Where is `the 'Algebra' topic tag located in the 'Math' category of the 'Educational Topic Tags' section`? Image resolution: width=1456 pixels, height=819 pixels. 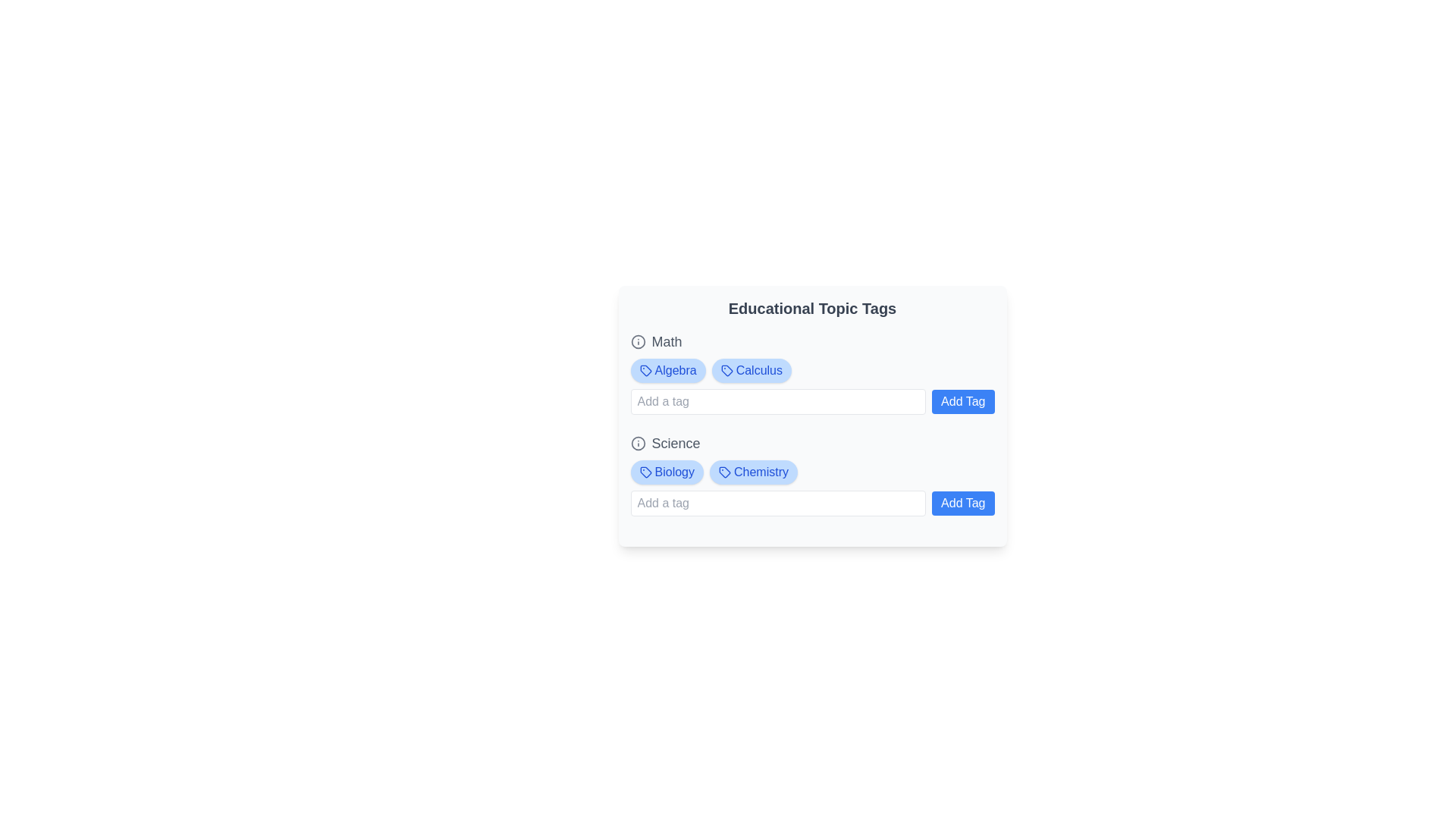
the 'Algebra' topic tag located in the 'Math' category of the 'Educational Topic Tags' section is located at coordinates (667, 371).